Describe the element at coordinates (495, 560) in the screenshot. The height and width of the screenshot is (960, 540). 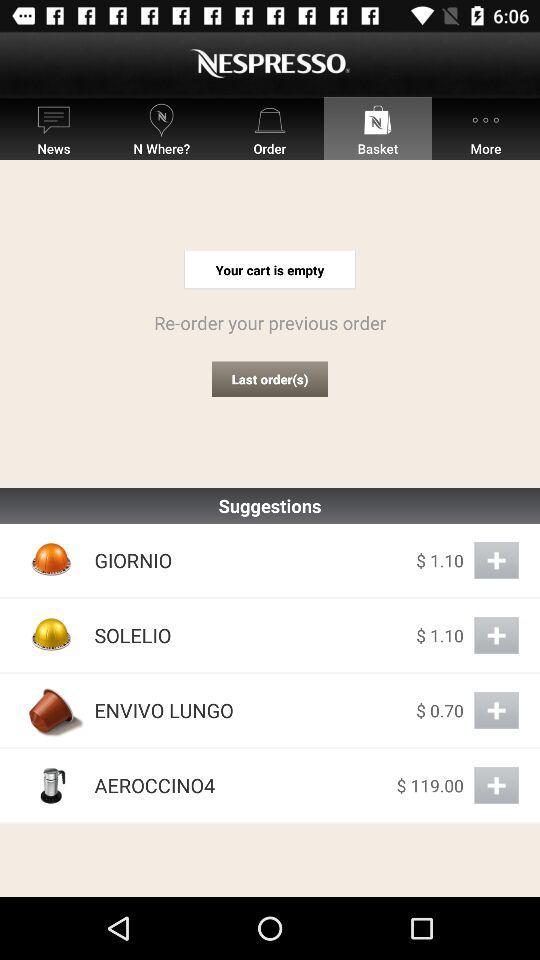
I see `the button which is right to giornio` at that location.